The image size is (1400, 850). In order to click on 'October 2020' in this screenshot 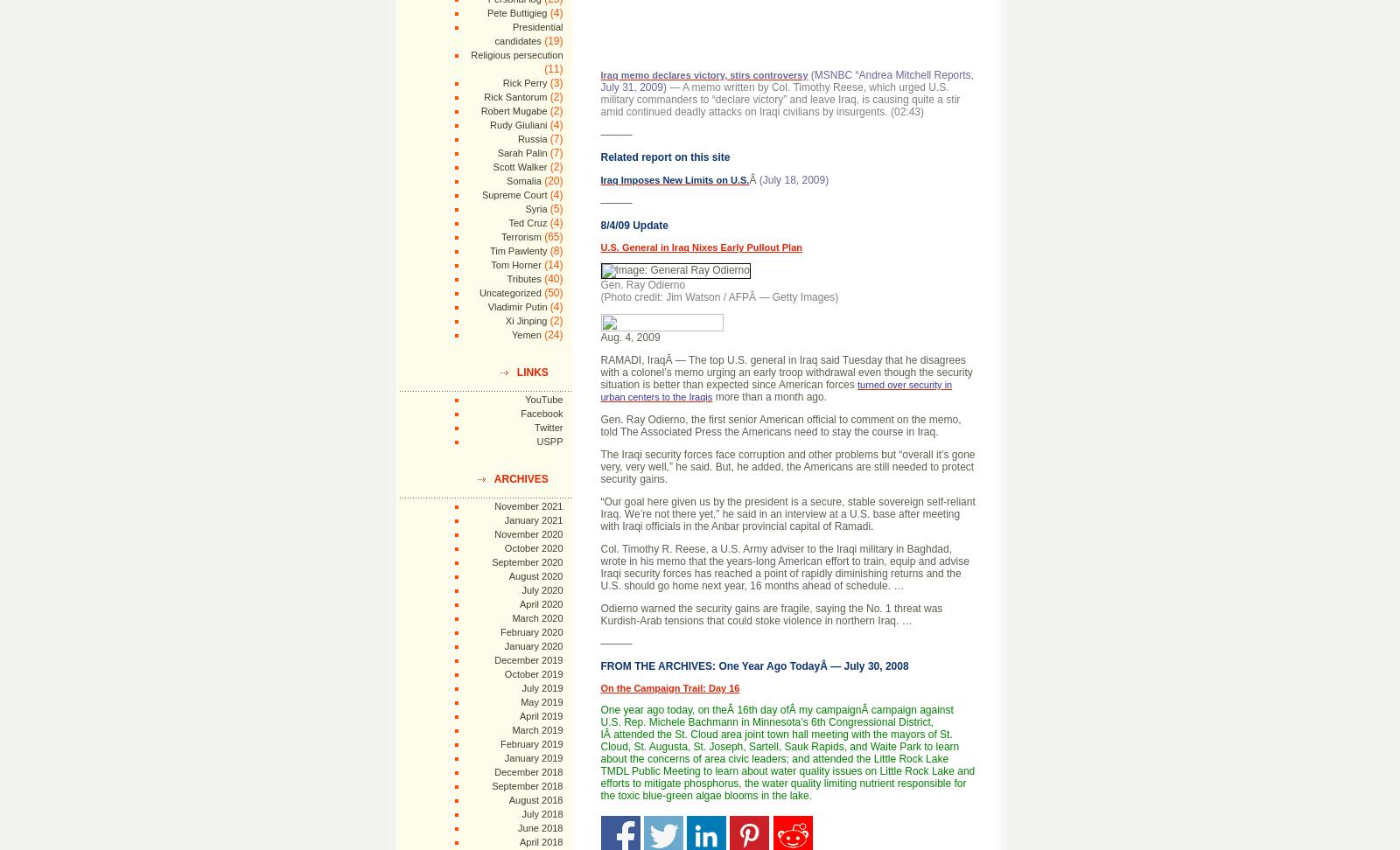, I will do `click(533, 548)`.